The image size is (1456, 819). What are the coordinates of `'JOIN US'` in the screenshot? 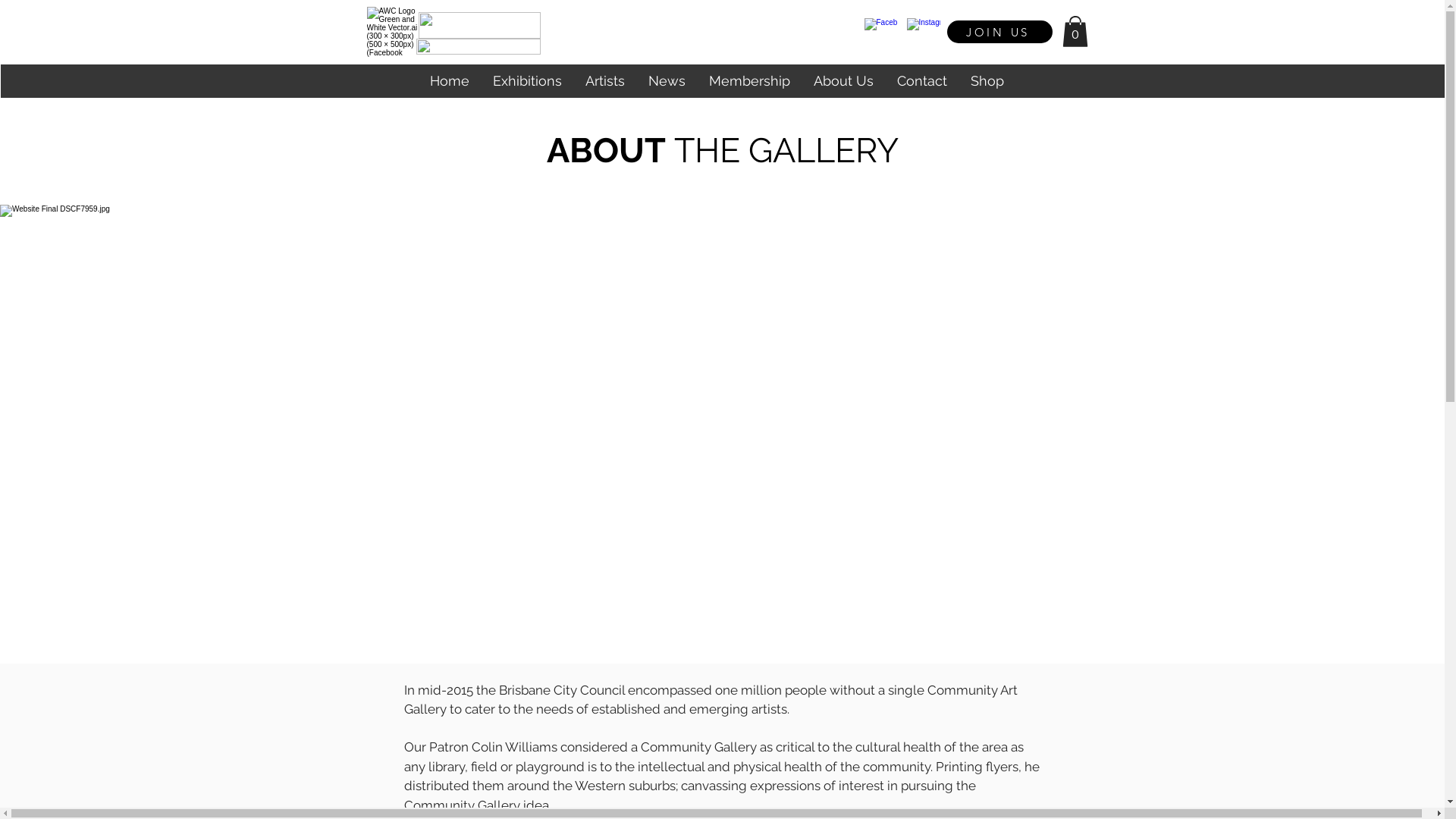 It's located at (999, 32).